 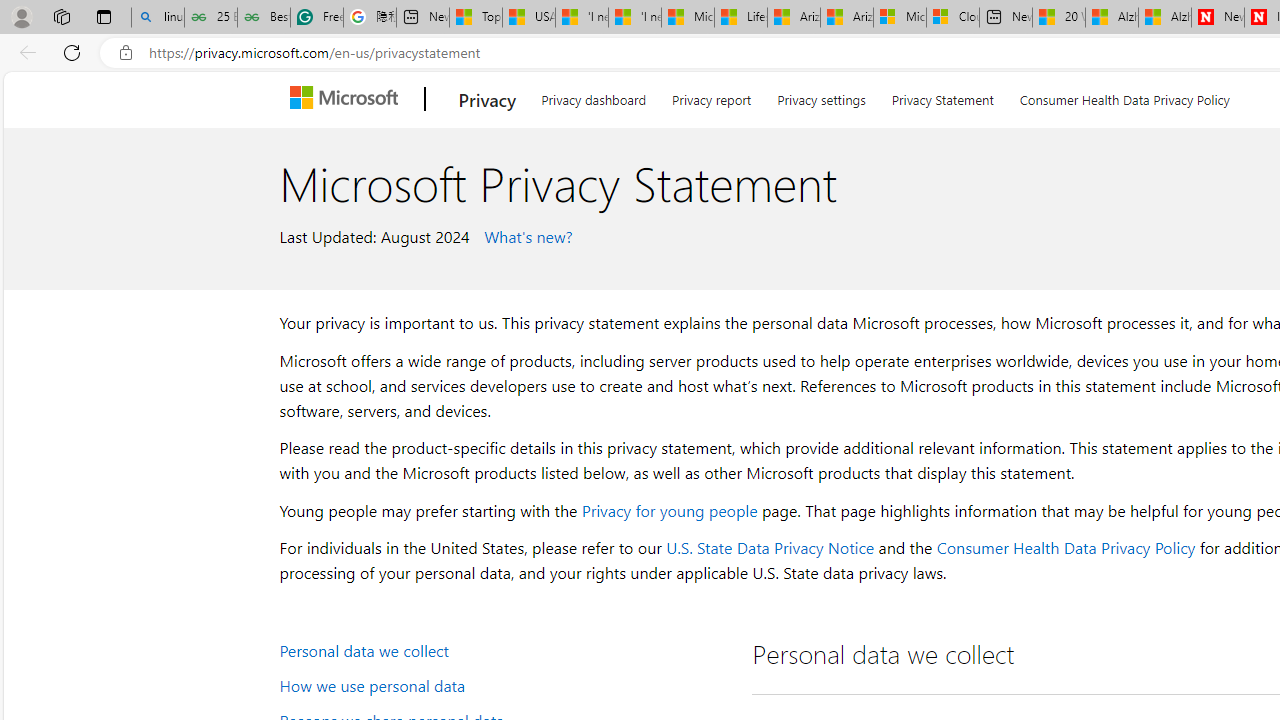 What do you see at coordinates (821, 96) in the screenshot?
I see `'Privacy settings'` at bounding box center [821, 96].